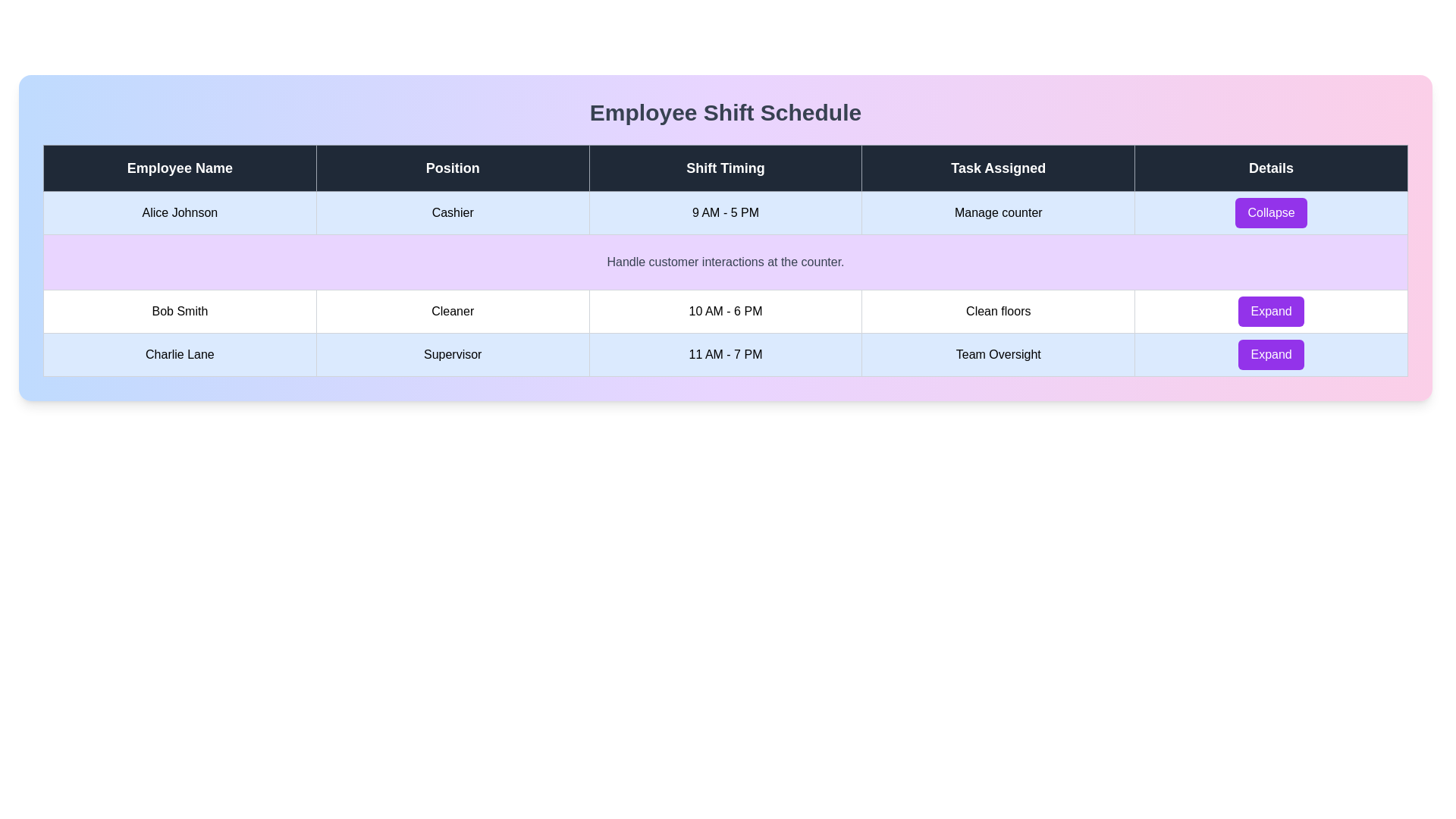  What do you see at coordinates (452, 311) in the screenshot?
I see `the 'Cleaner' text display field, which is a rectangular button-like entity with a white background and black text, located in the 'Position' column of the table interface` at bounding box center [452, 311].